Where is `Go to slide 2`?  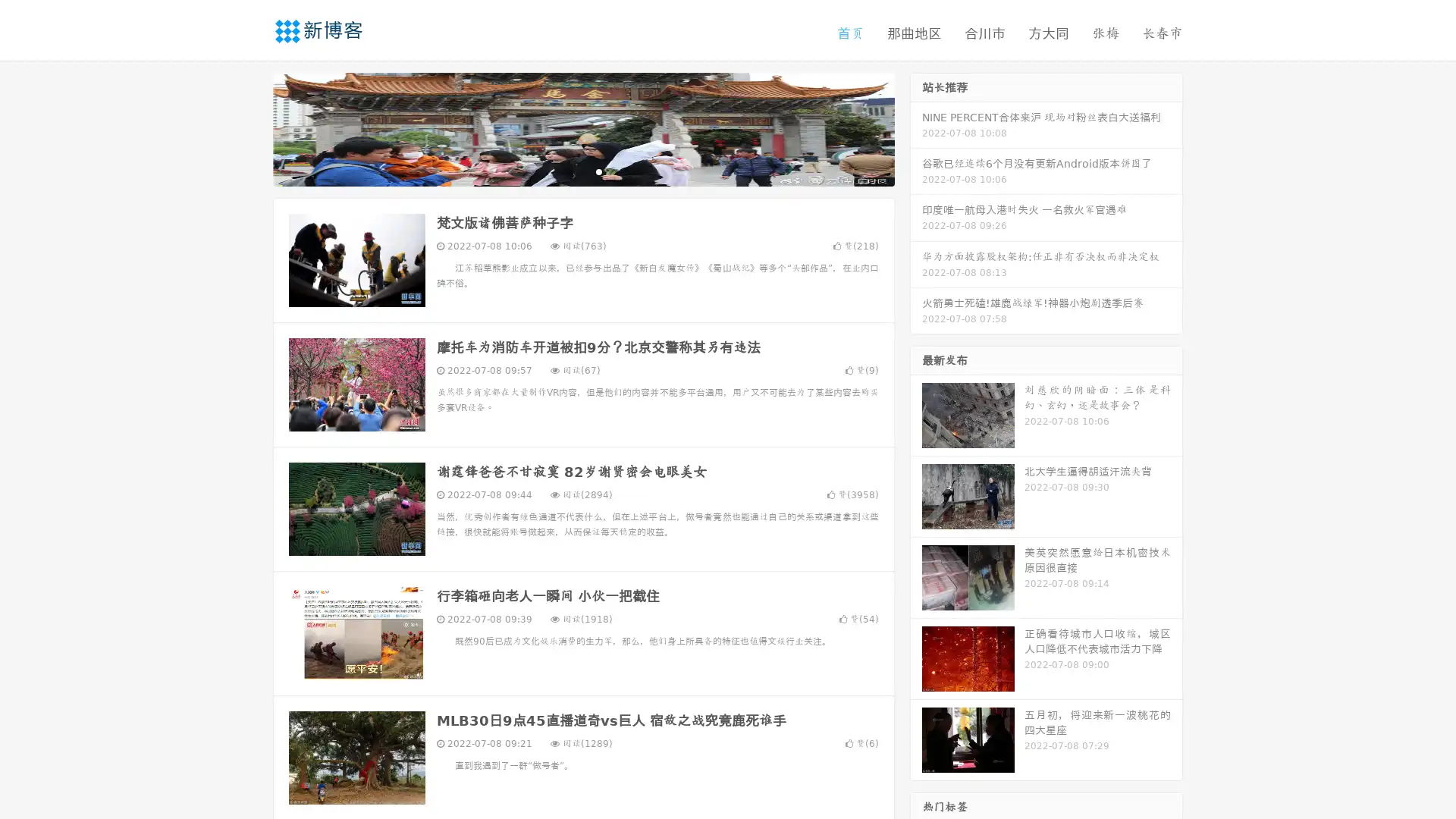 Go to slide 2 is located at coordinates (582, 171).